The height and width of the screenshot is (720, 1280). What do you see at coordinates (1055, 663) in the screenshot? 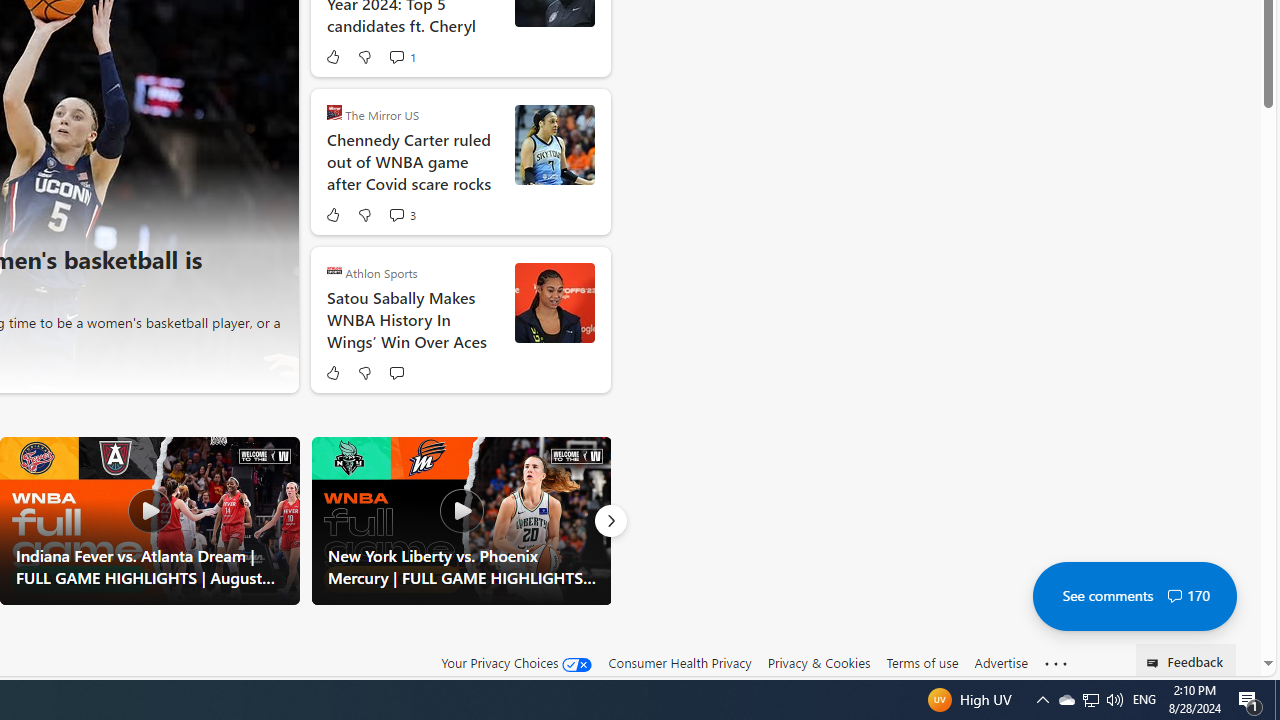
I see `'Class: oneFooter_seeMore-DS-EntryPoint1-1'` at bounding box center [1055, 663].